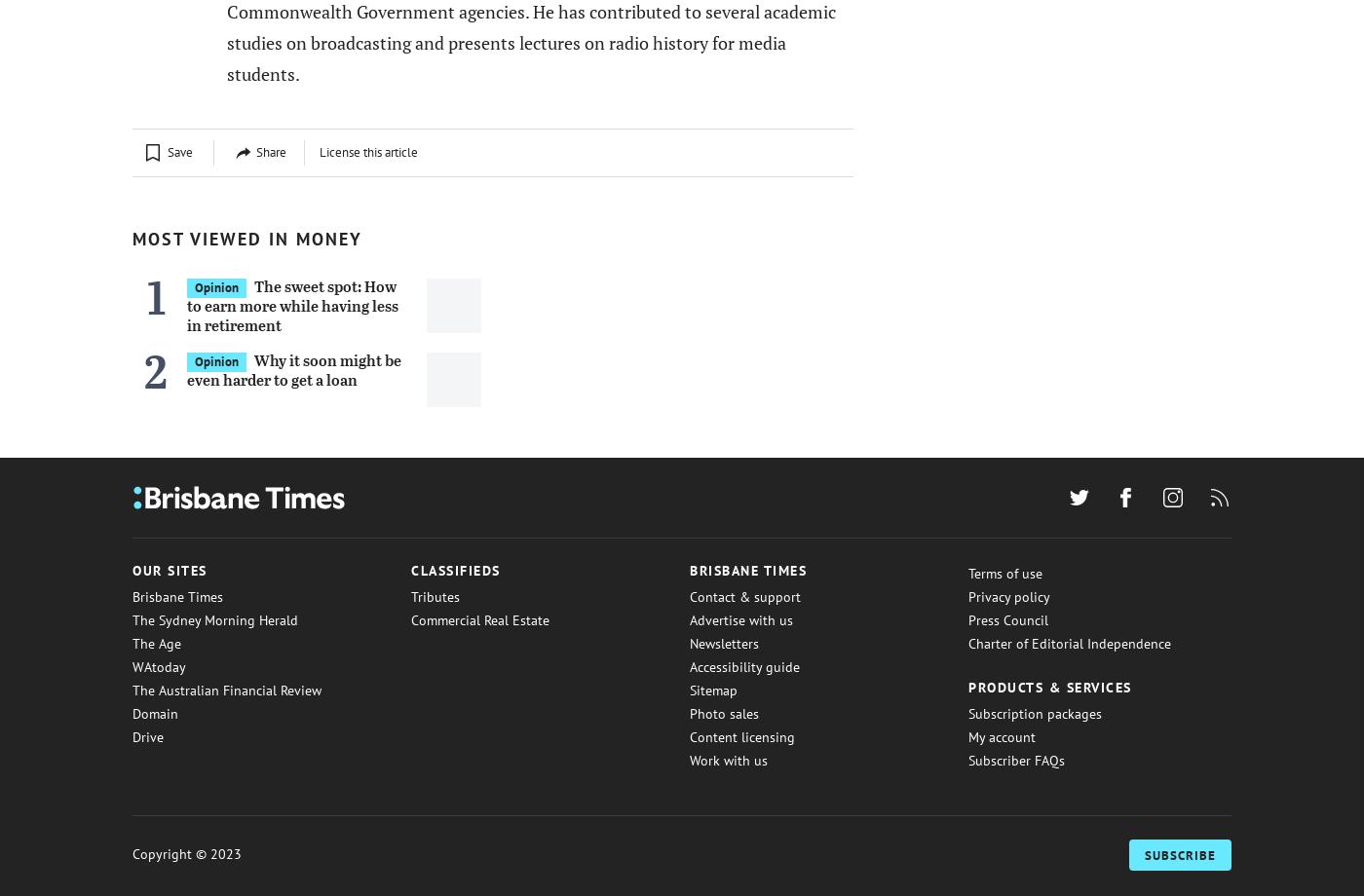  I want to click on 'Sitemap', so click(713, 690).